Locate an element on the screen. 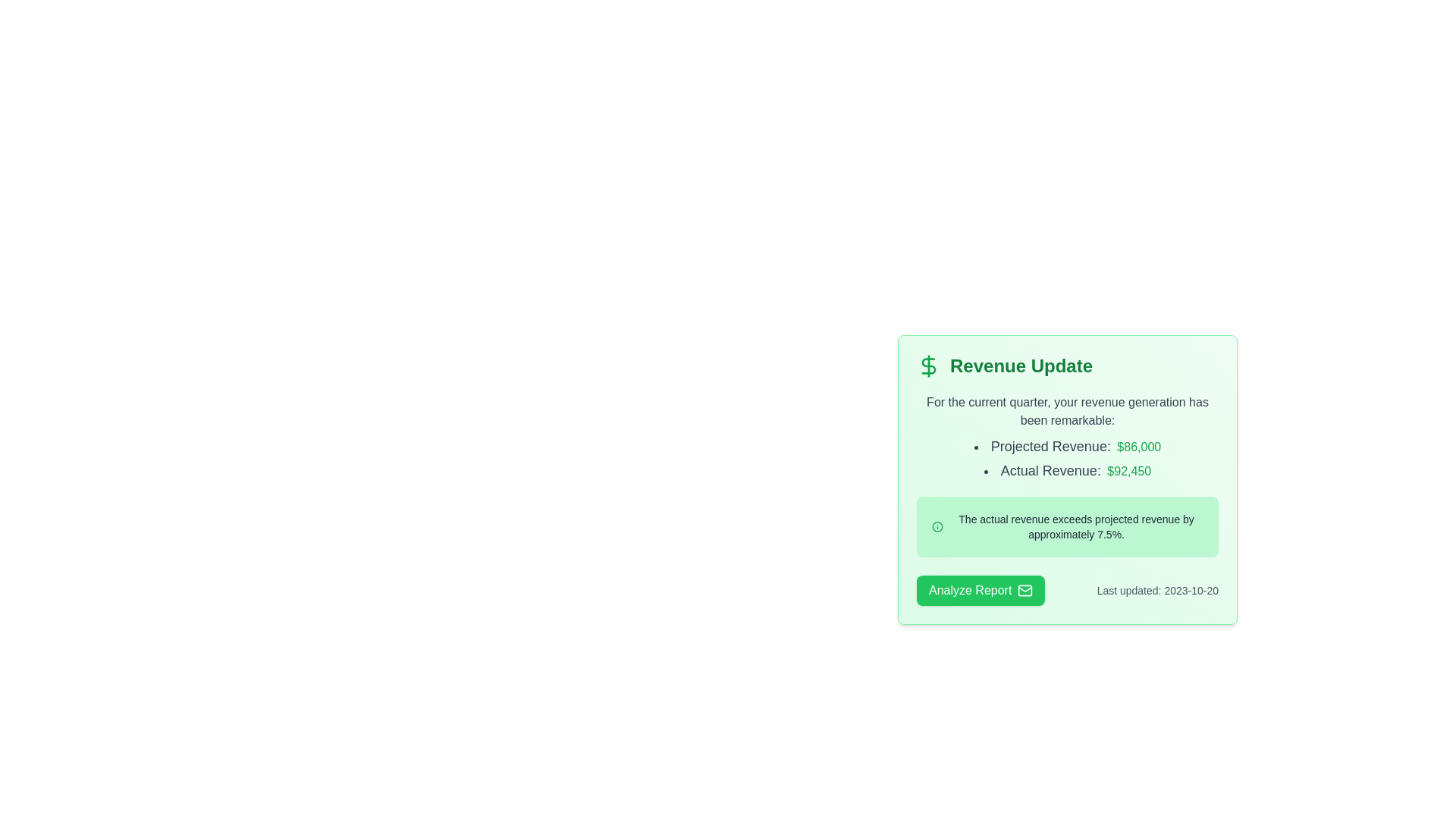 This screenshot has height=819, width=1456. the centrally aligned text within the green button at the bottom of the revenue update card, which indicates the button’s purpose for analyzing a report is located at coordinates (969, 590).